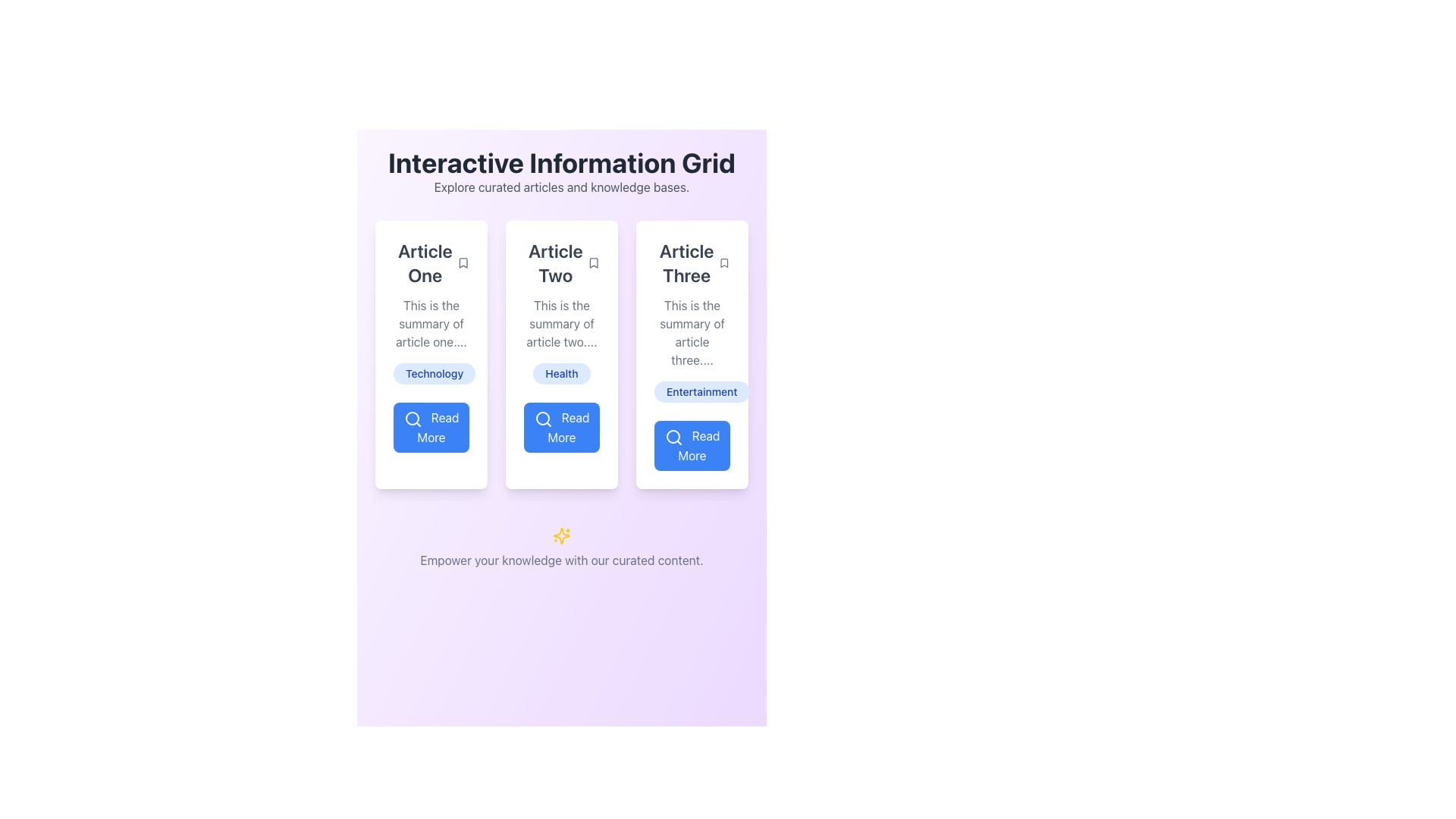 This screenshot has height=819, width=1456. Describe the element at coordinates (673, 437) in the screenshot. I see `the 'Read More' button which contains the magnifying glass icon located below the 'Article Three' section` at that location.